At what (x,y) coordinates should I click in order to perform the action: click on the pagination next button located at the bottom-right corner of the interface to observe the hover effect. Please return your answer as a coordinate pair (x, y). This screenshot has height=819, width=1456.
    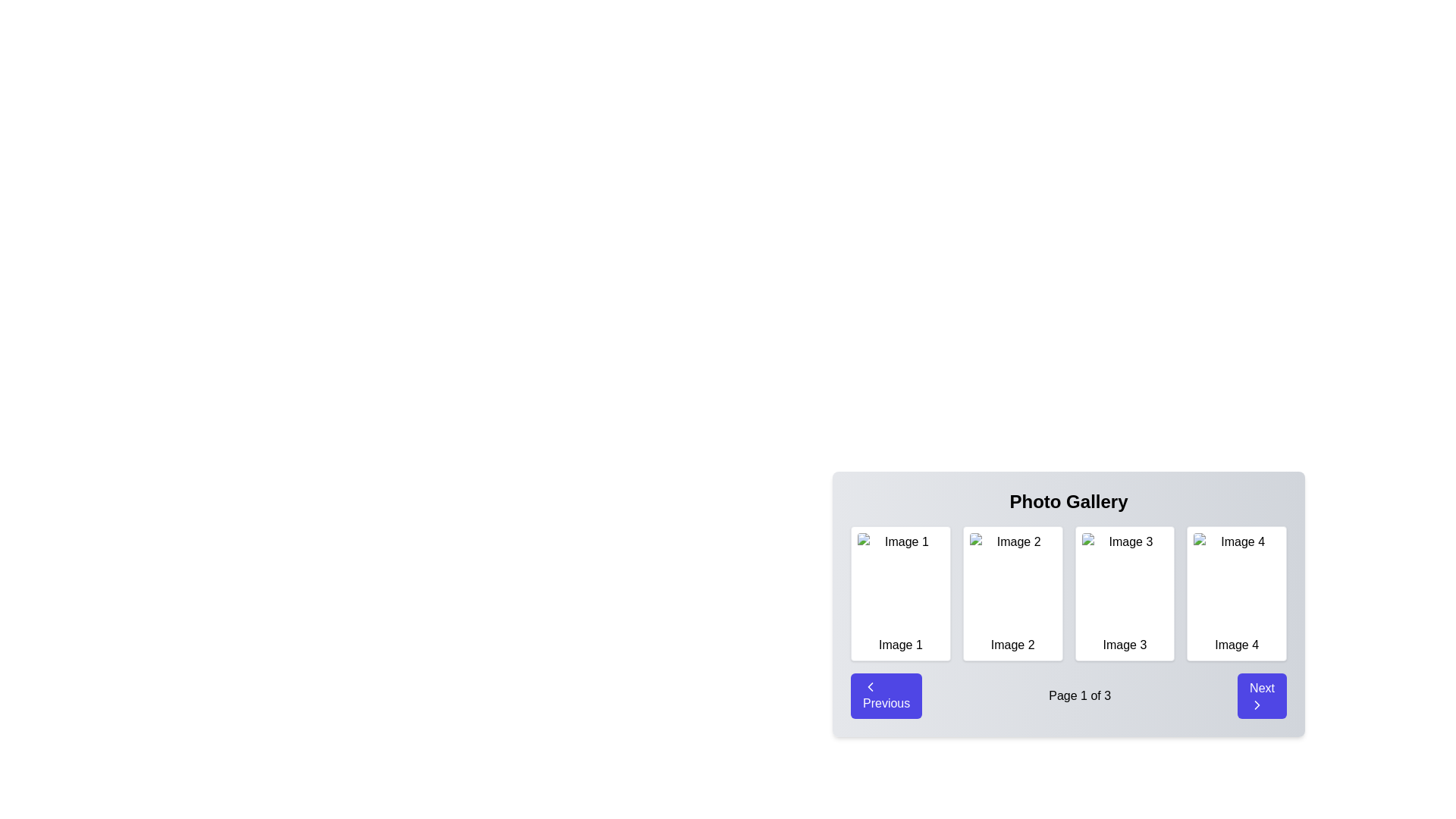
    Looking at the image, I should click on (1262, 696).